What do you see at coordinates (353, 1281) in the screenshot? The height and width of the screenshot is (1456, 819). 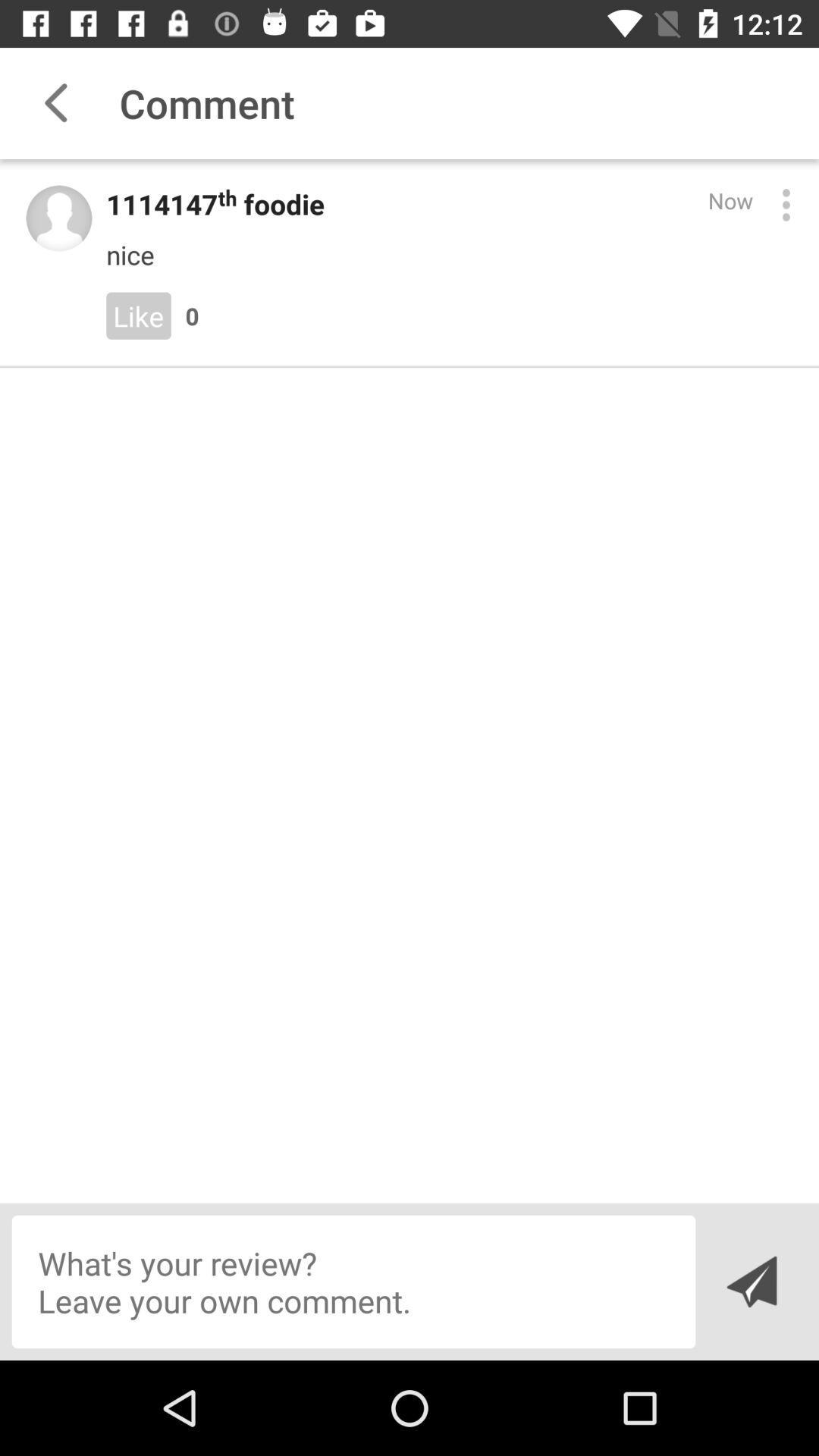 I see `comment/review text box` at bounding box center [353, 1281].